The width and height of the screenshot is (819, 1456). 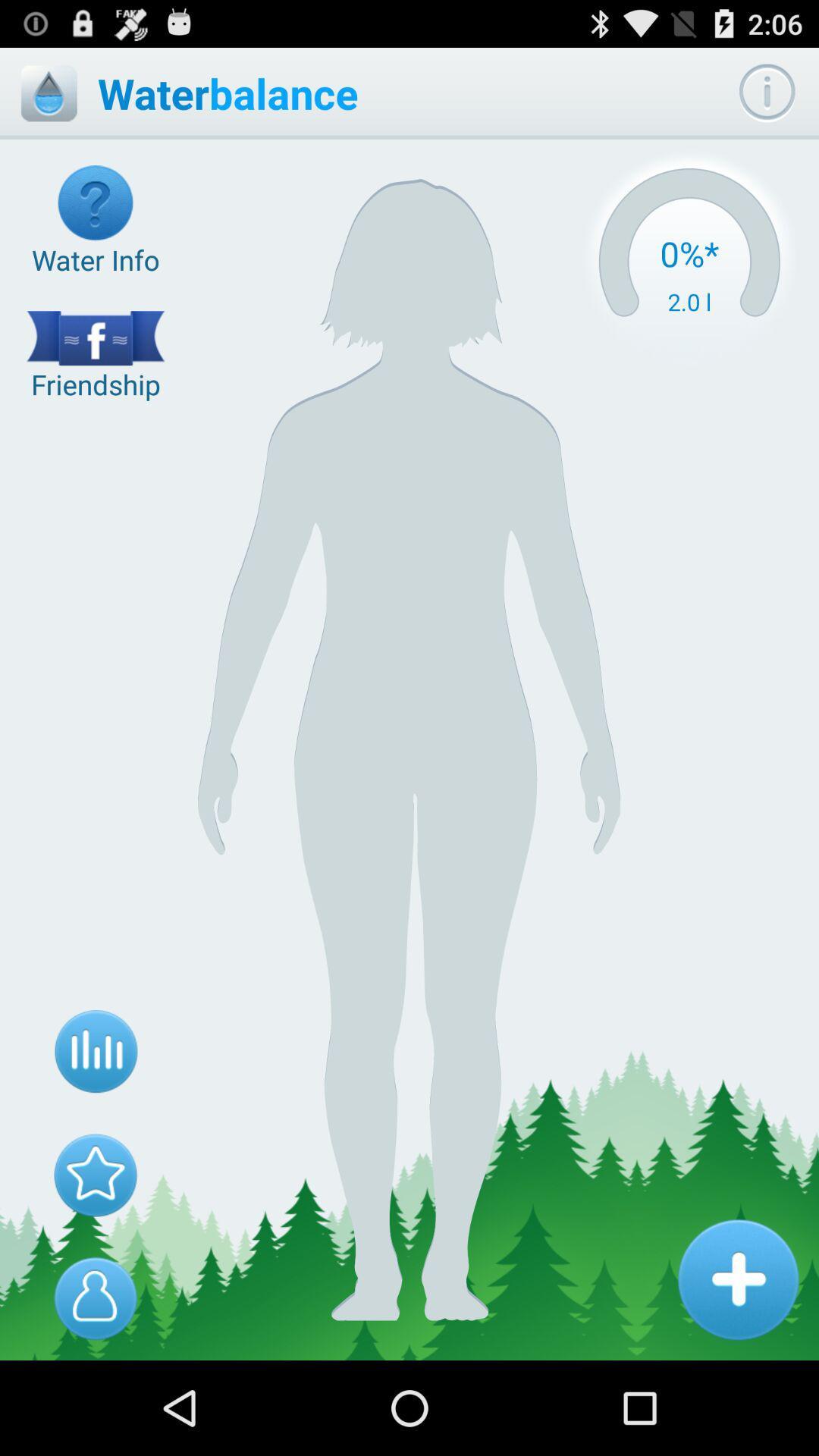 I want to click on the info icon, so click(x=767, y=99).